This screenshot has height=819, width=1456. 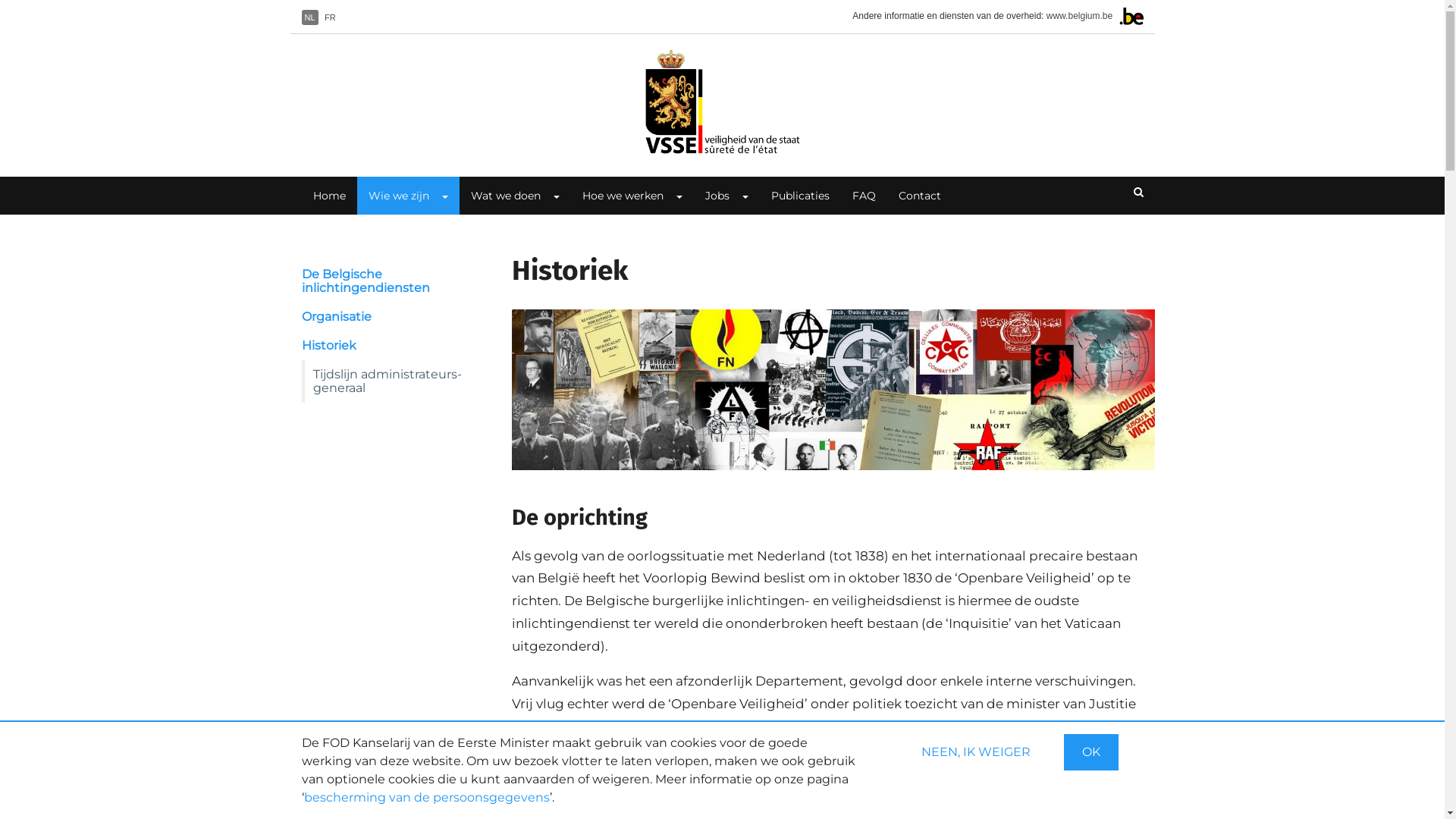 What do you see at coordinates (0, 0) in the screenshot?
I see `'Overslaan en naar de inhoud gaan'` at bounding box center [0, 0].